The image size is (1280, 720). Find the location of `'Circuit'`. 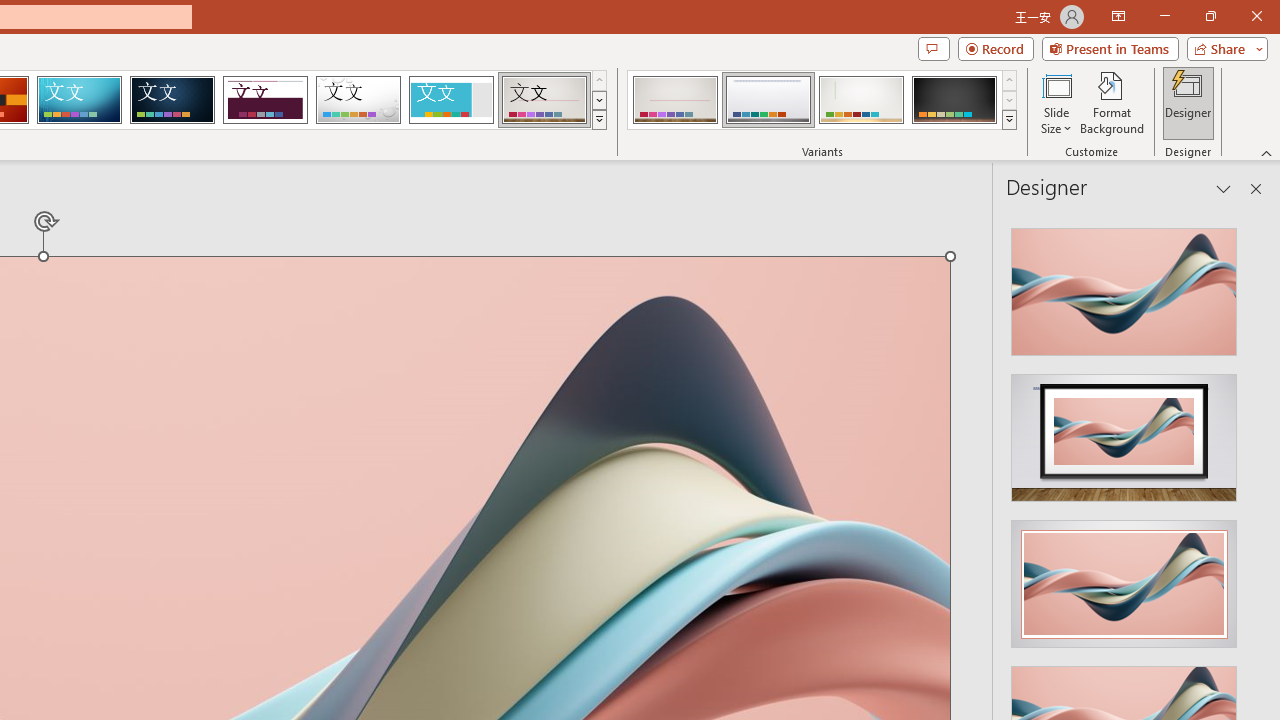

'Circuit' is located at coordinates (79, 100).